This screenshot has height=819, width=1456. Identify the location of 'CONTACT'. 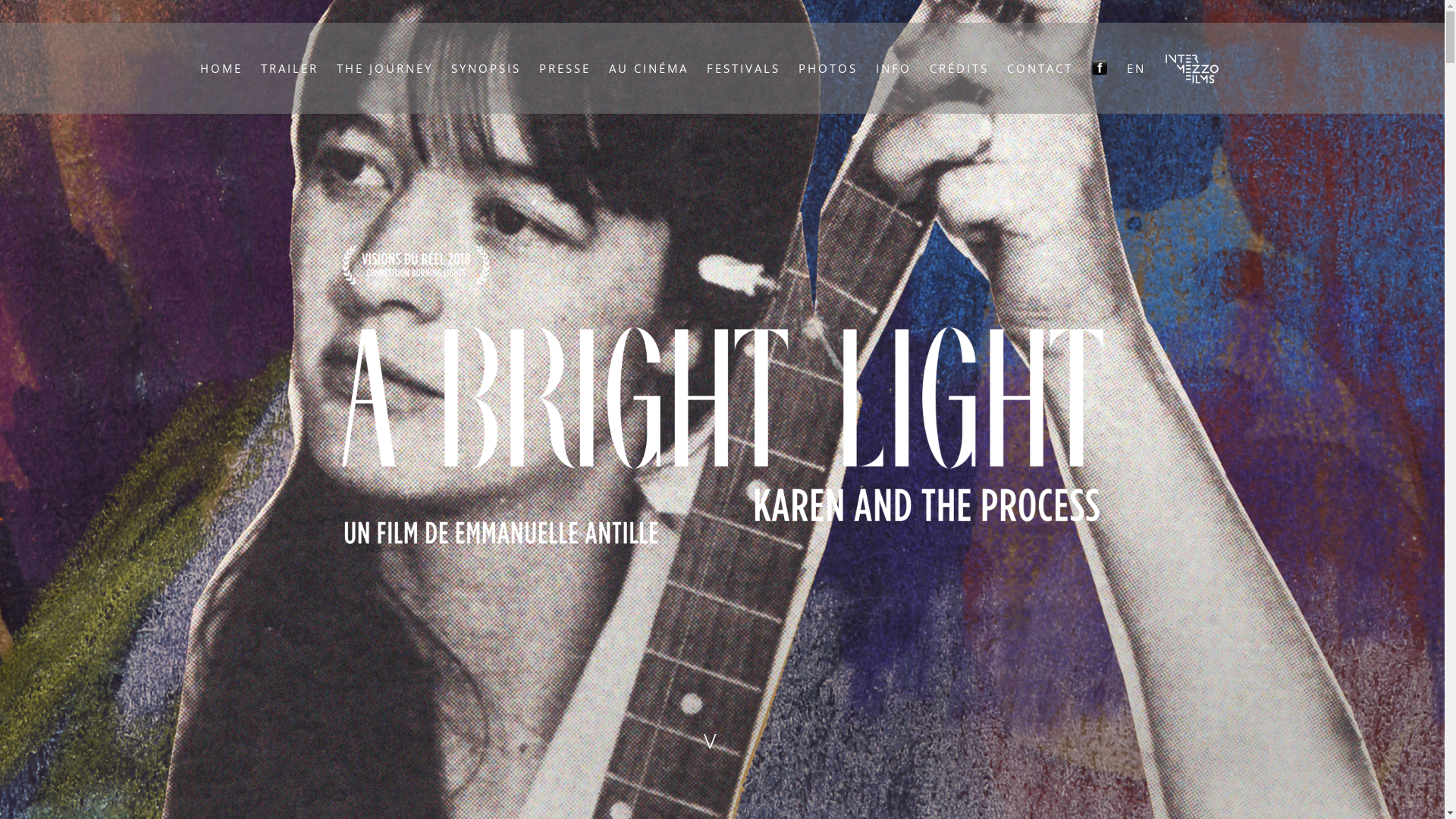
(1039, 67).